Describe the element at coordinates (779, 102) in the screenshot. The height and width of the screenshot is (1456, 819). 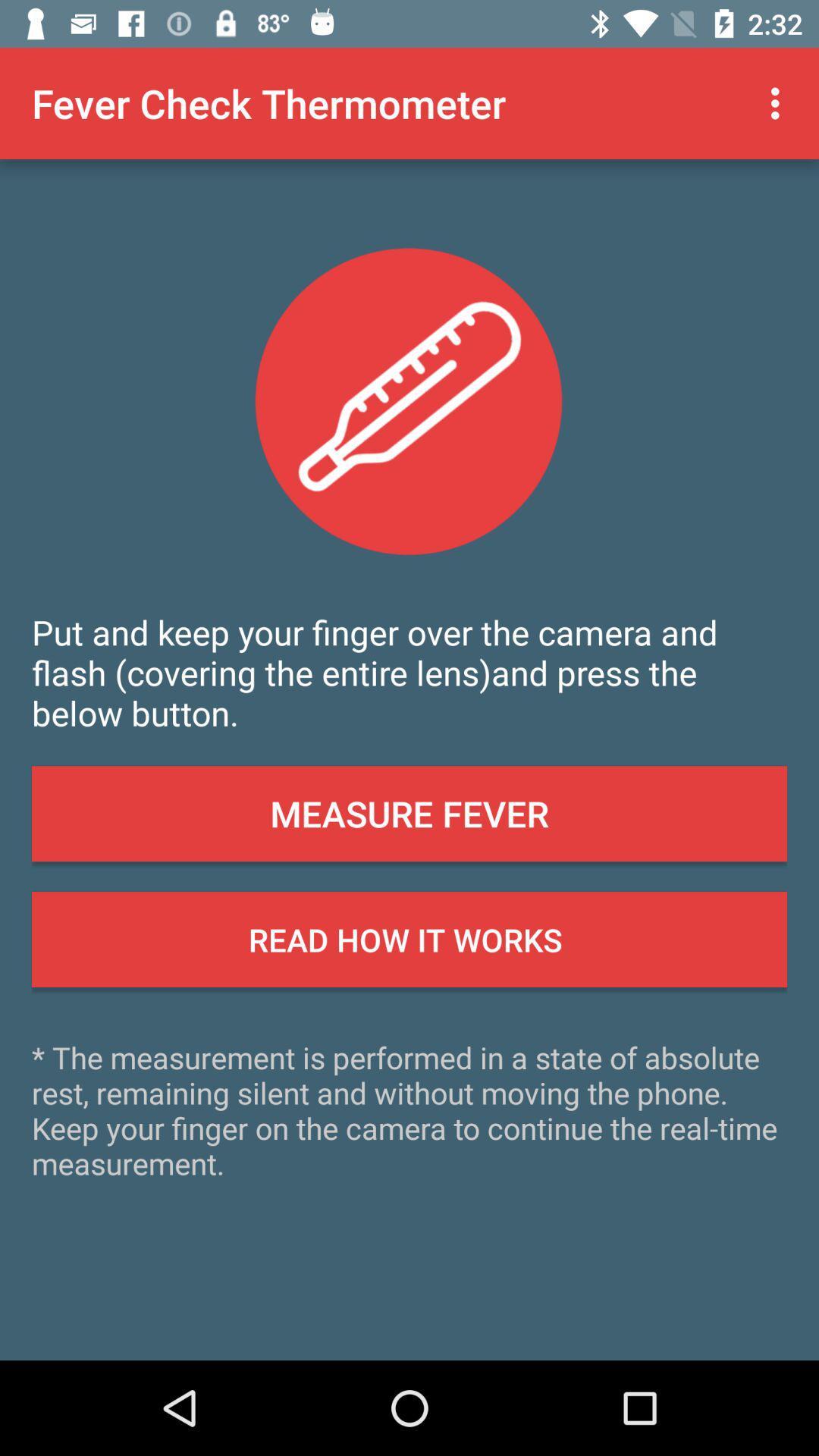
I see `icon above the put and keep icon` at that location.